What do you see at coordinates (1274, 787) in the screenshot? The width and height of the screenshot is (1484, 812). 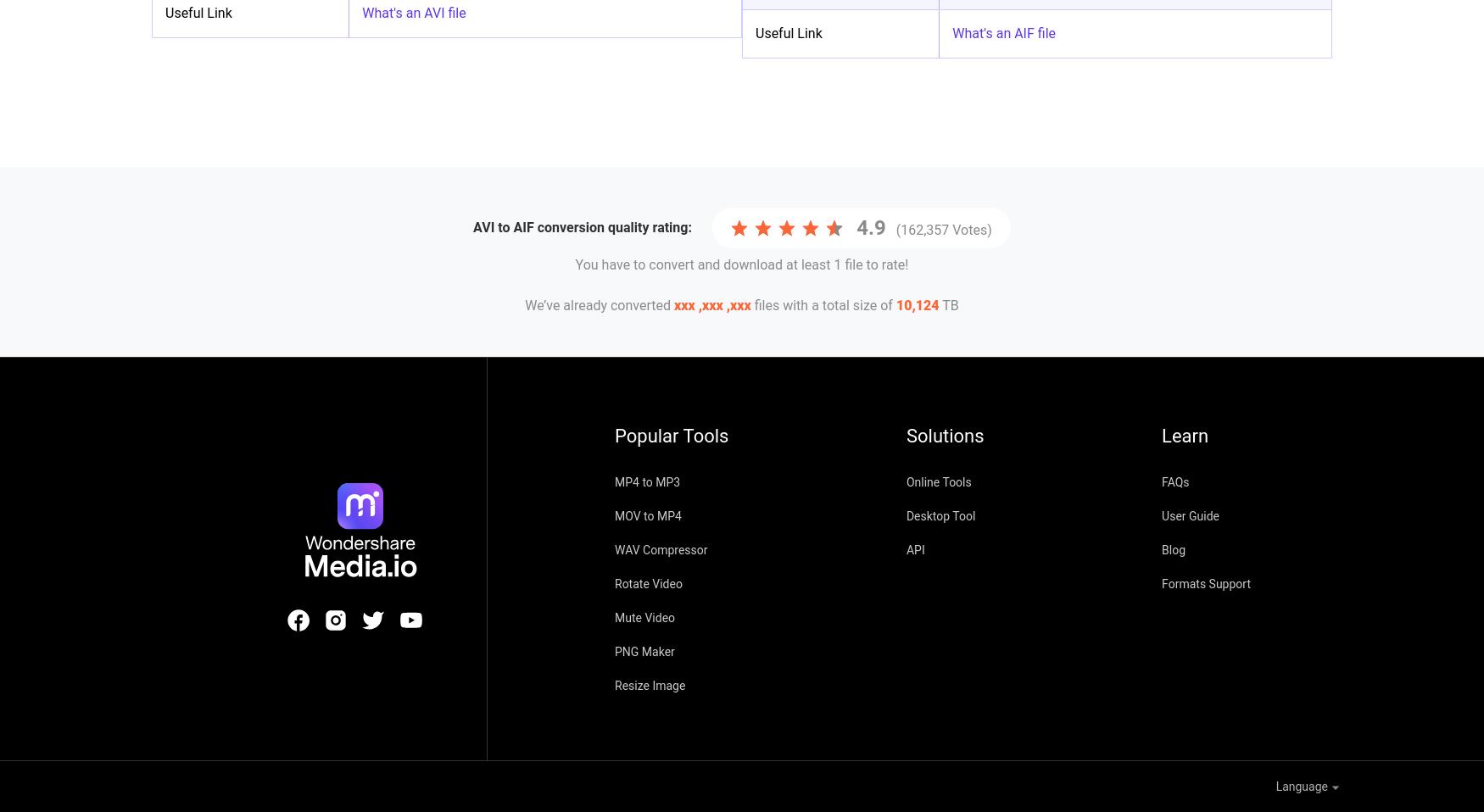 I see `'Language'` at bounding box center [1274, 787].